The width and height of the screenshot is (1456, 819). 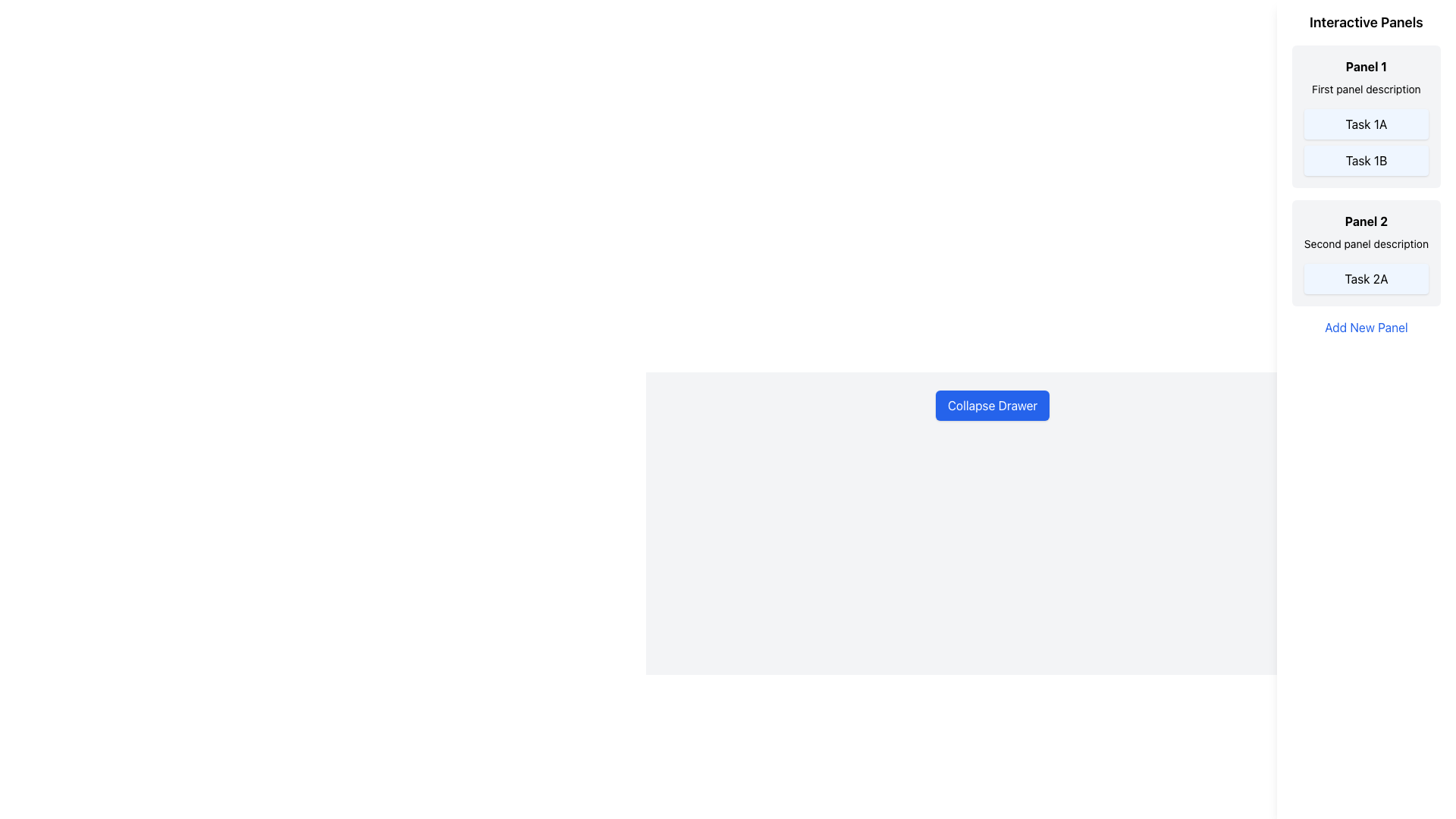 I want to click on the 'Add New Panel' text link located in the 'Interactive Panels' section, so click(x=1366, y=327).